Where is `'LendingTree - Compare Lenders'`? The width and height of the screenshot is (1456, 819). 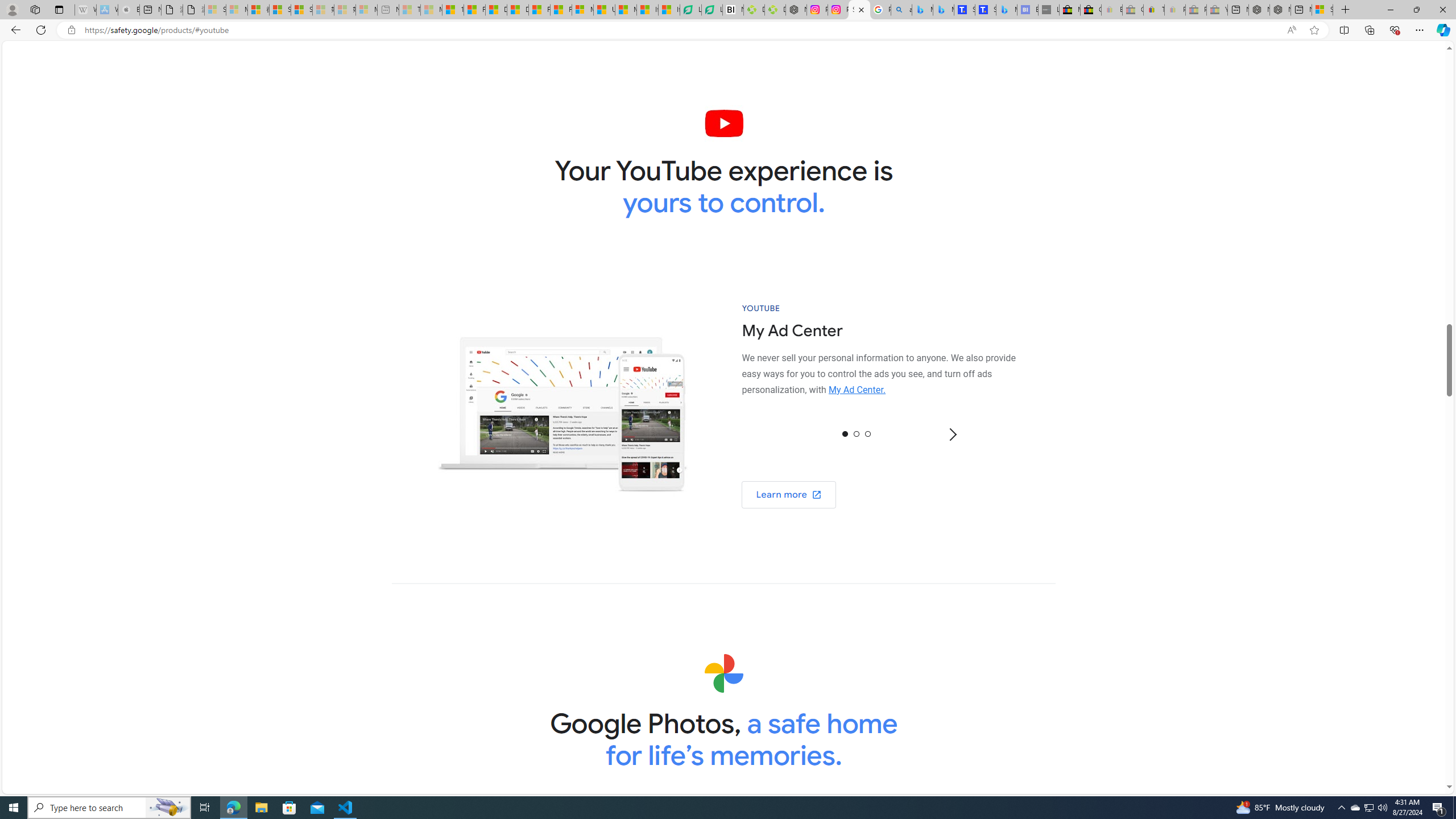 'LendingTree - Compare Lenders' is located at coordinates (712, 9).